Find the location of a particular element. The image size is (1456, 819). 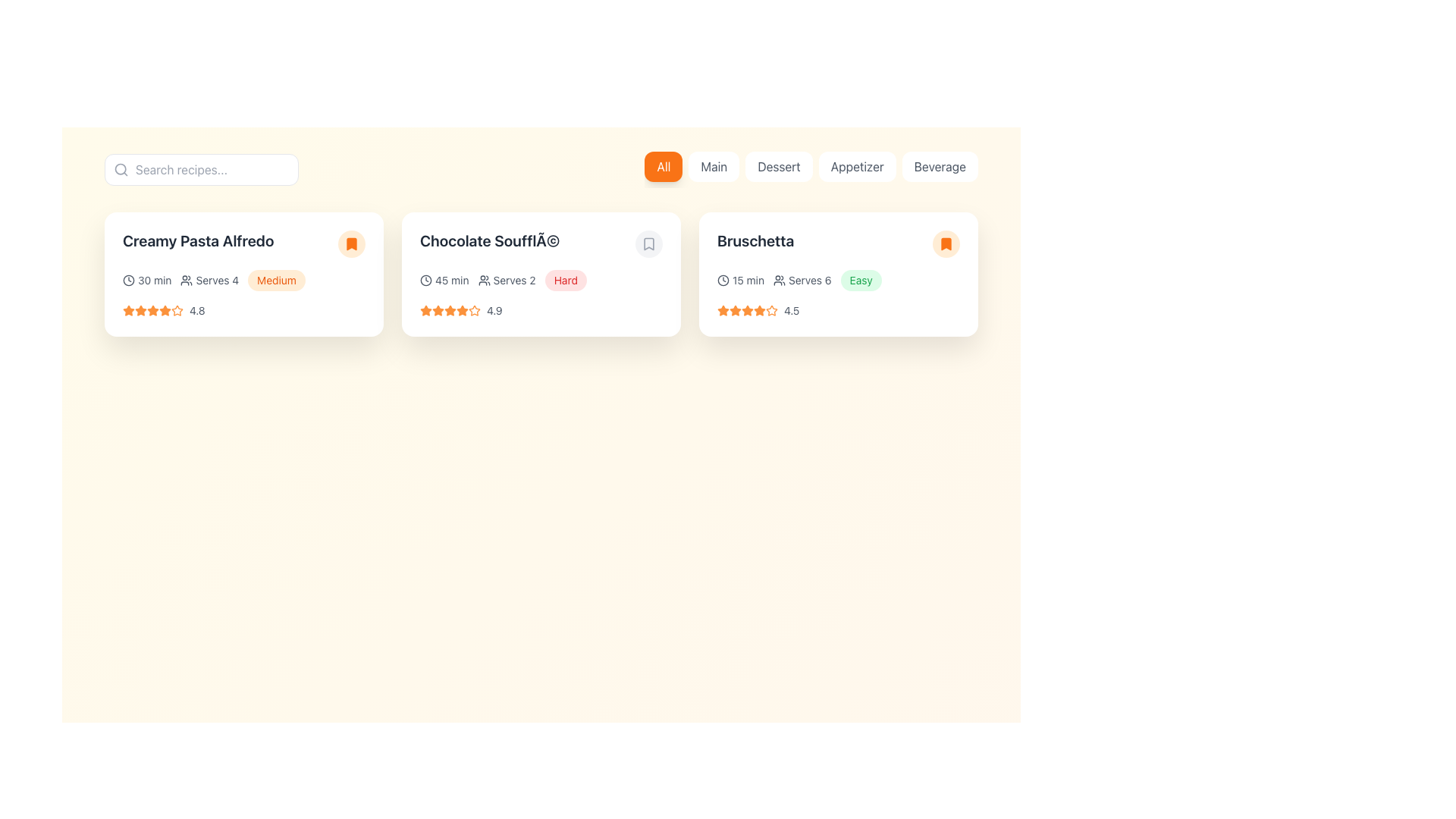

the 'Dessert' button in the top-center navigation menu is located at coordinates (779, 166).